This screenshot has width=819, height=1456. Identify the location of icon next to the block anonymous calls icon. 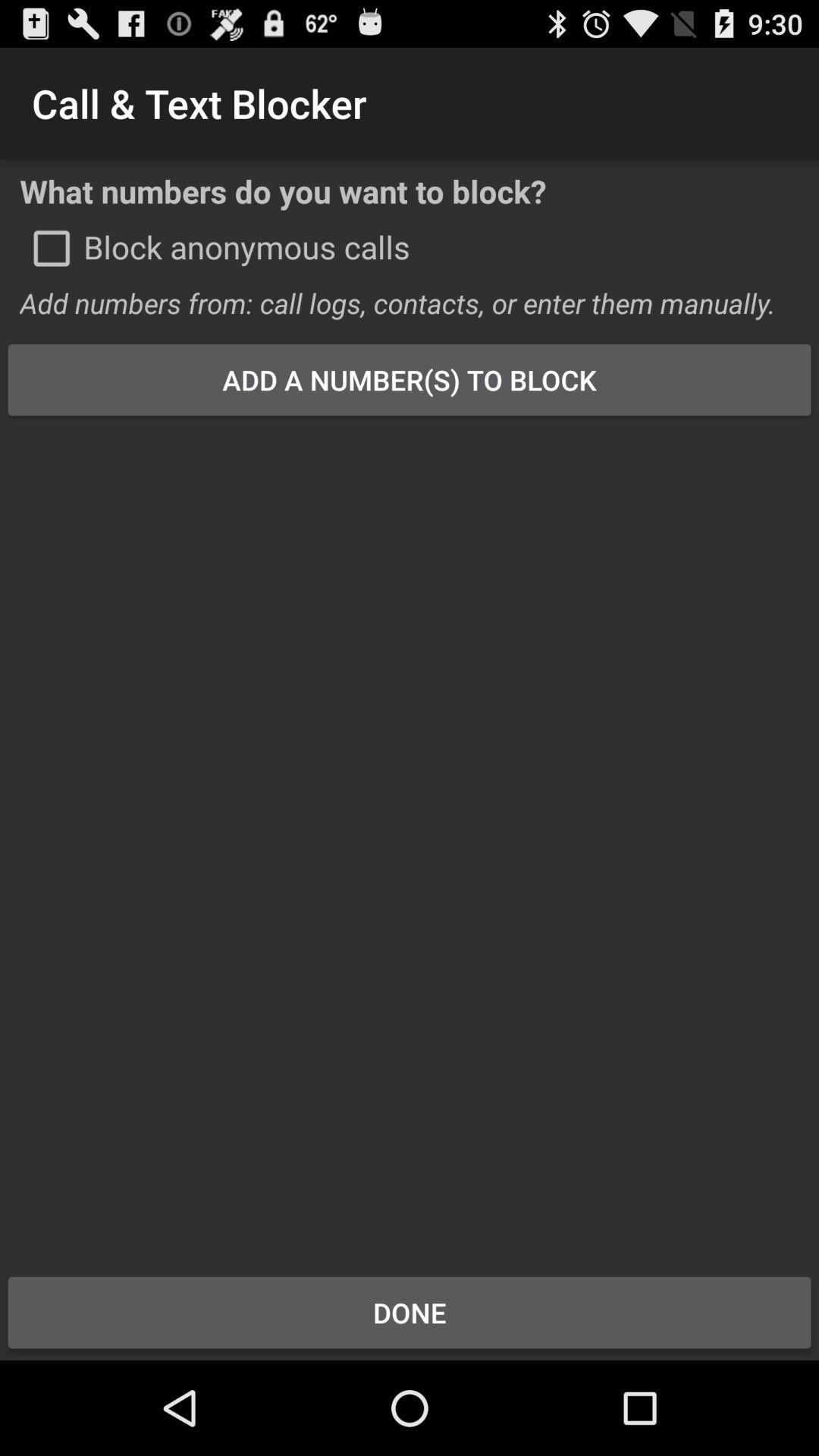
(51, 248).